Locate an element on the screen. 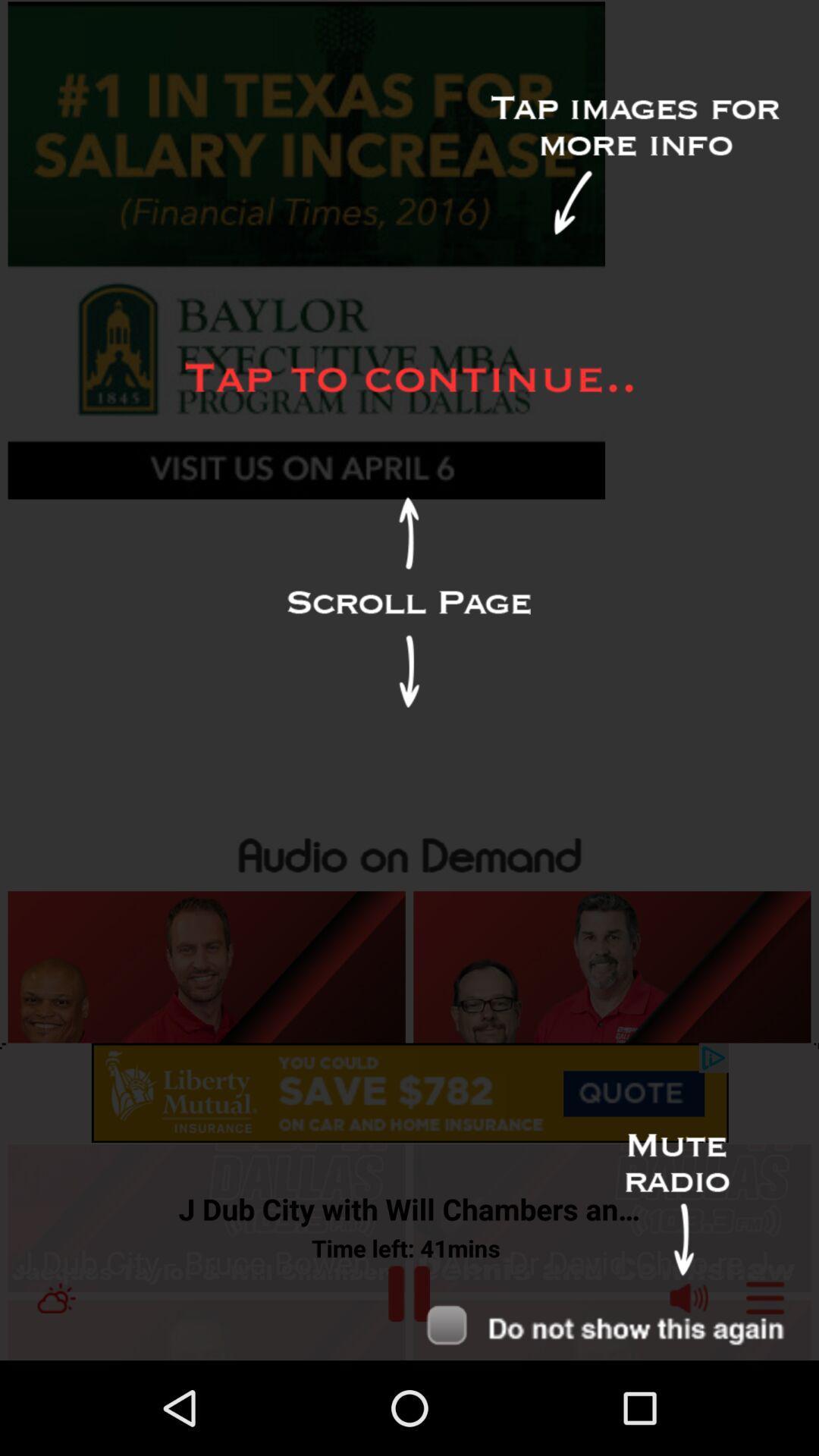  the text  which says audio on demand is located at coordinates (409, 852).